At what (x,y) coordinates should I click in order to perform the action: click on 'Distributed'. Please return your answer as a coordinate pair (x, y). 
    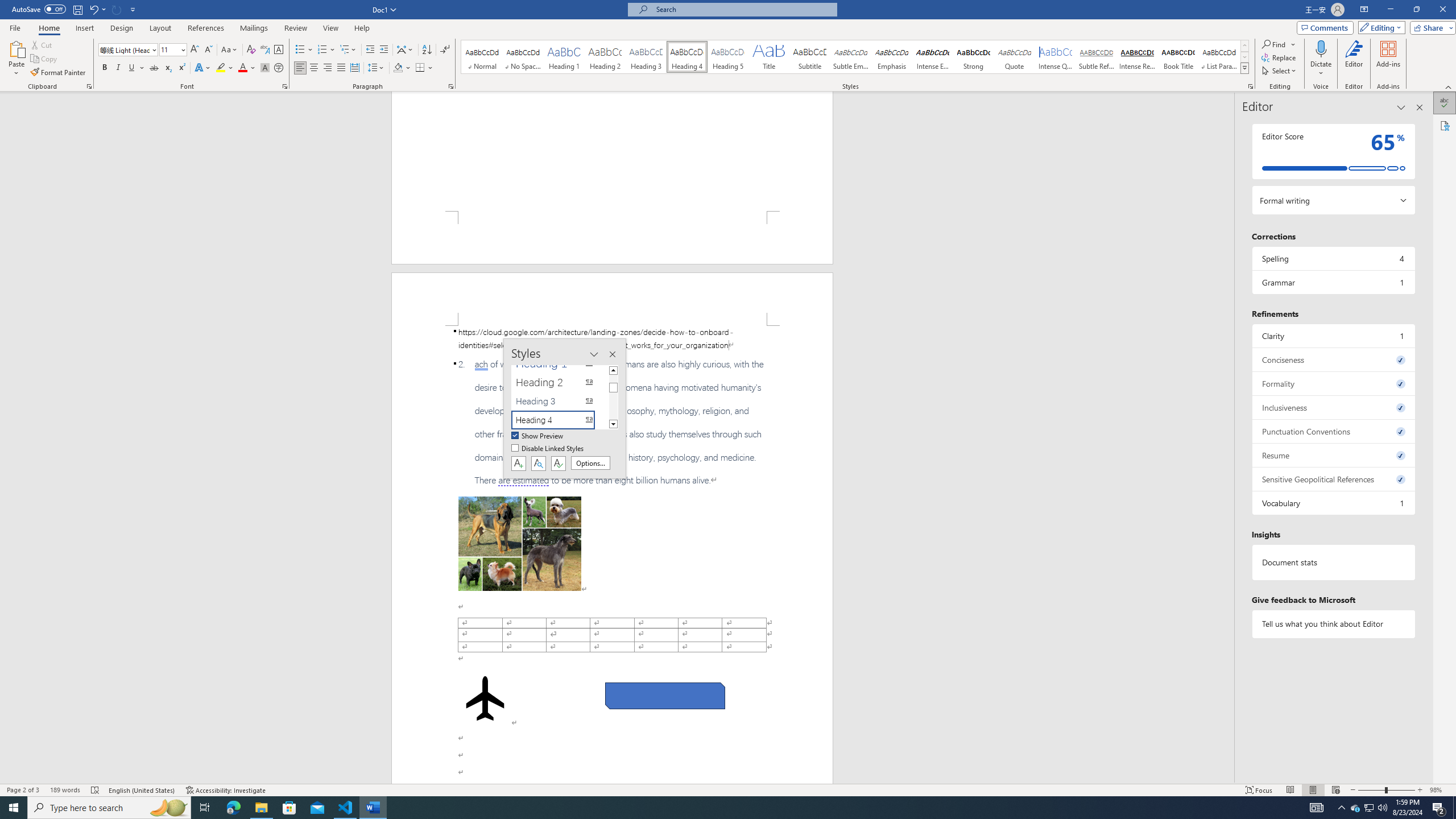
    Looking at the image, I should click on (354, 67).